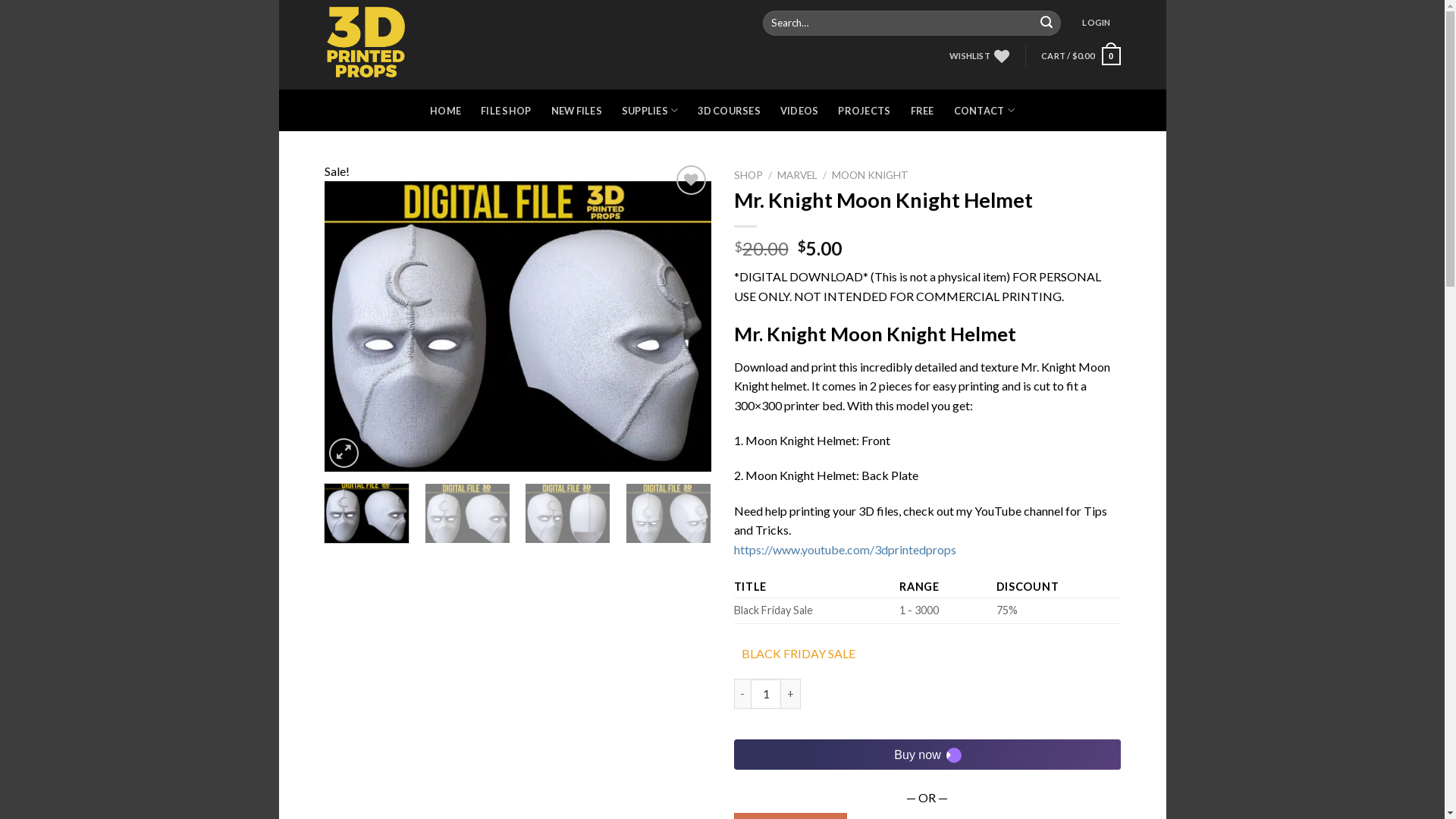 The width and height of the screenshot is (1456, 819). I want to click on 'Search', so click(1046, 23).